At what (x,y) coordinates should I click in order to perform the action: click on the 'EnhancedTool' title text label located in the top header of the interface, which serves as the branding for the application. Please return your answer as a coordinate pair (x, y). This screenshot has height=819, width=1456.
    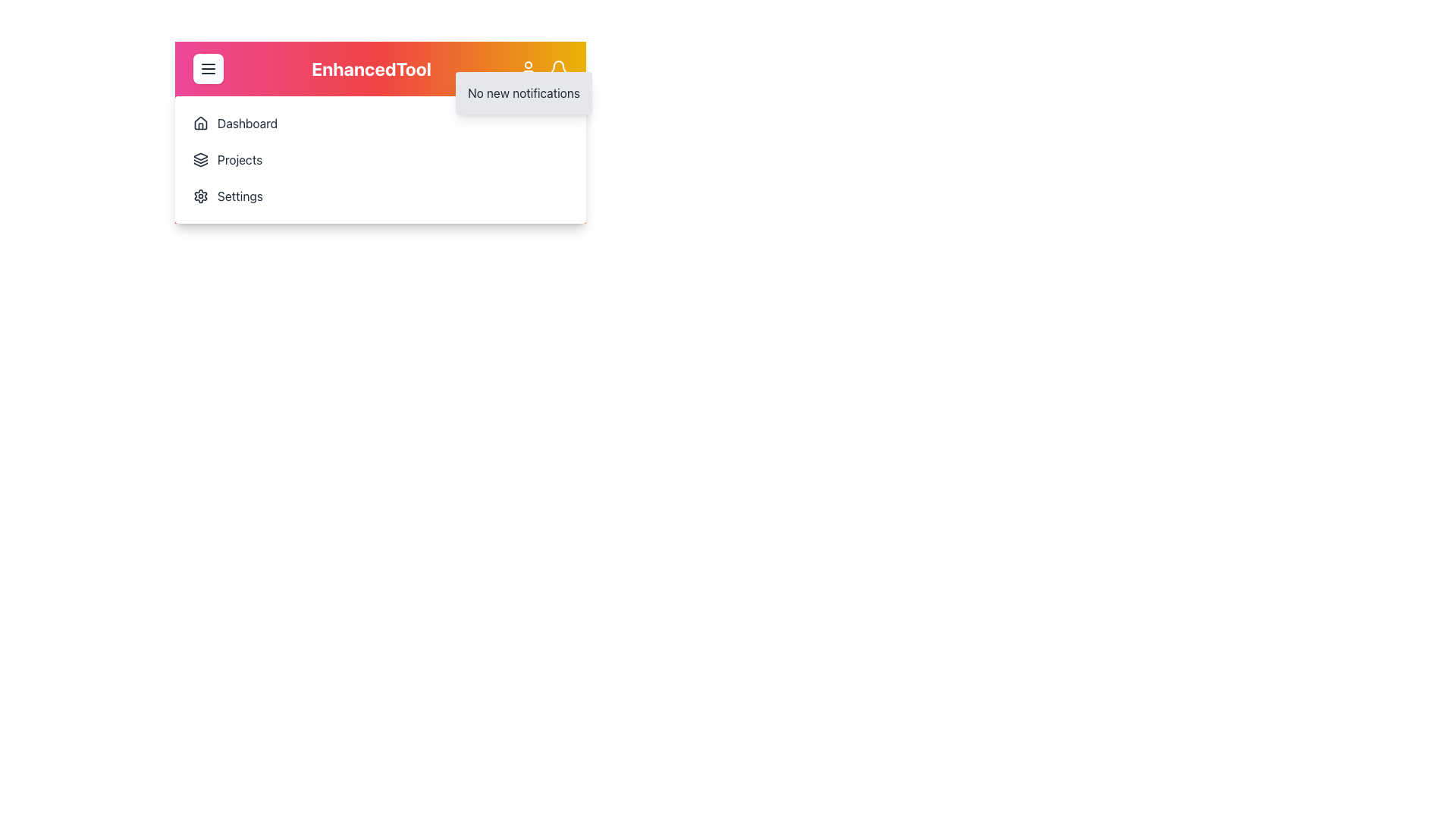
    Looking at the image, I should click on (381, 69).